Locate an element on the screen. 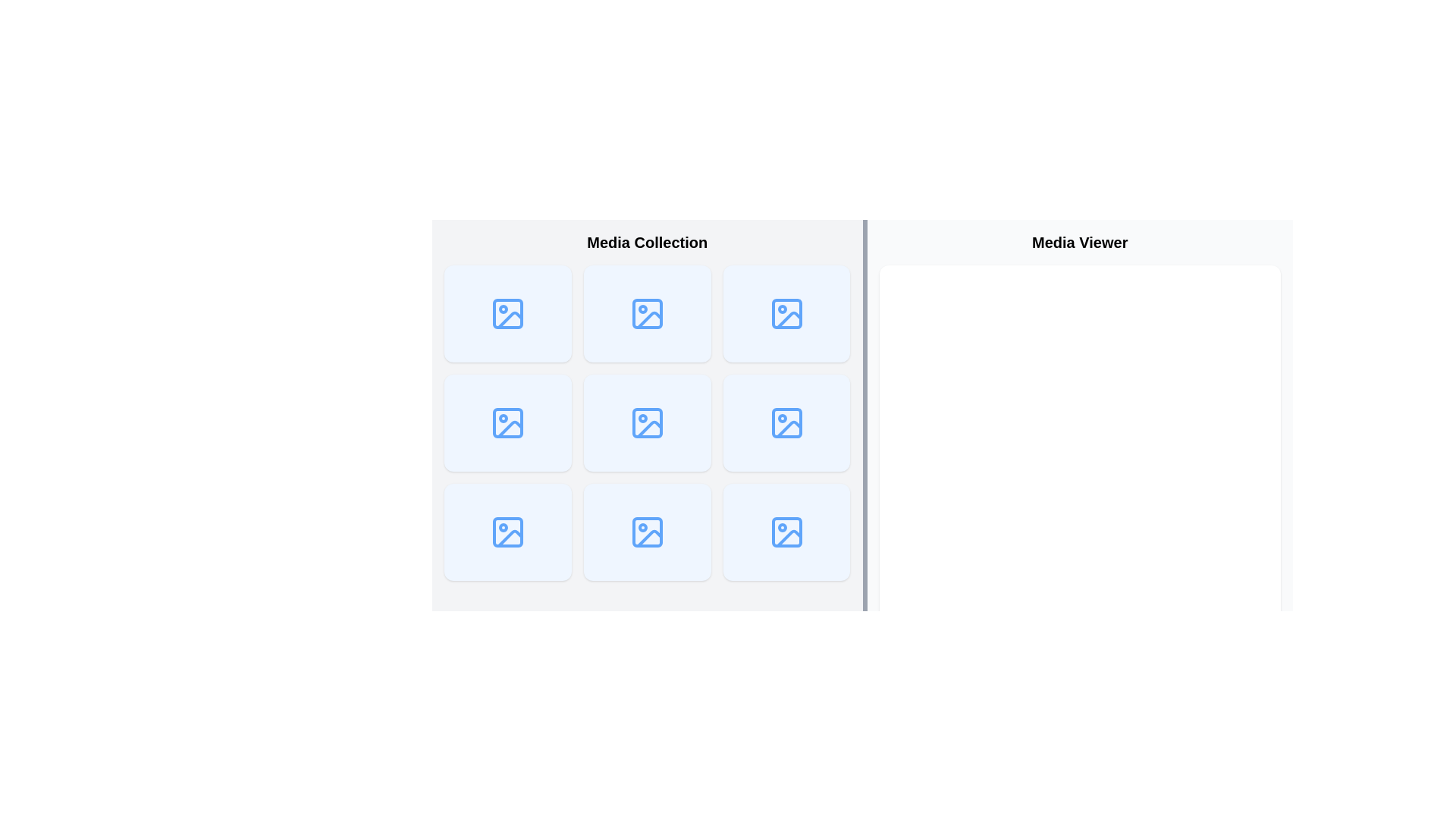 The height and width of the screenshot is (819, 1456). the square card with a light blue background that contains an icon of a mountain and sun, located in the third column of the second row within the 'Media Collection' grid is located at coordinates (786, 423).